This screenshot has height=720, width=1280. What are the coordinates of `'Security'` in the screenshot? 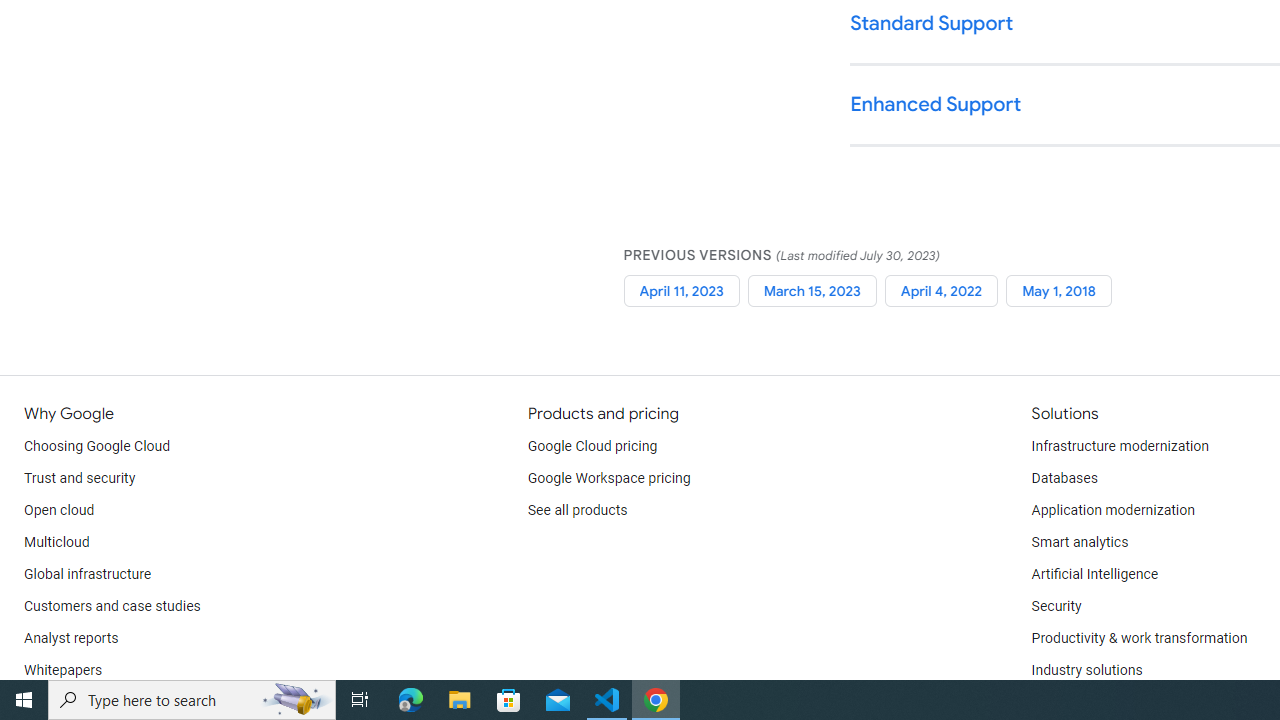 It's located at (1055, 605).